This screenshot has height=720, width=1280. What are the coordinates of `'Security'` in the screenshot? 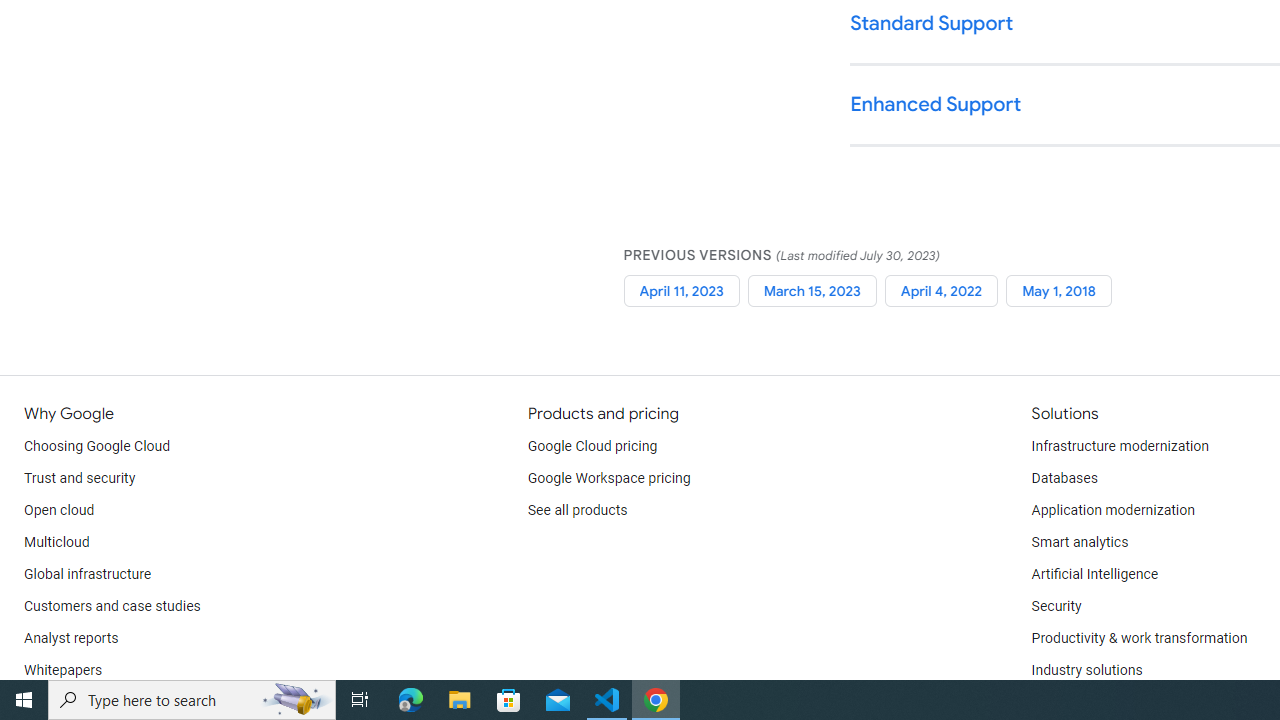 It's located at (1055, 605).